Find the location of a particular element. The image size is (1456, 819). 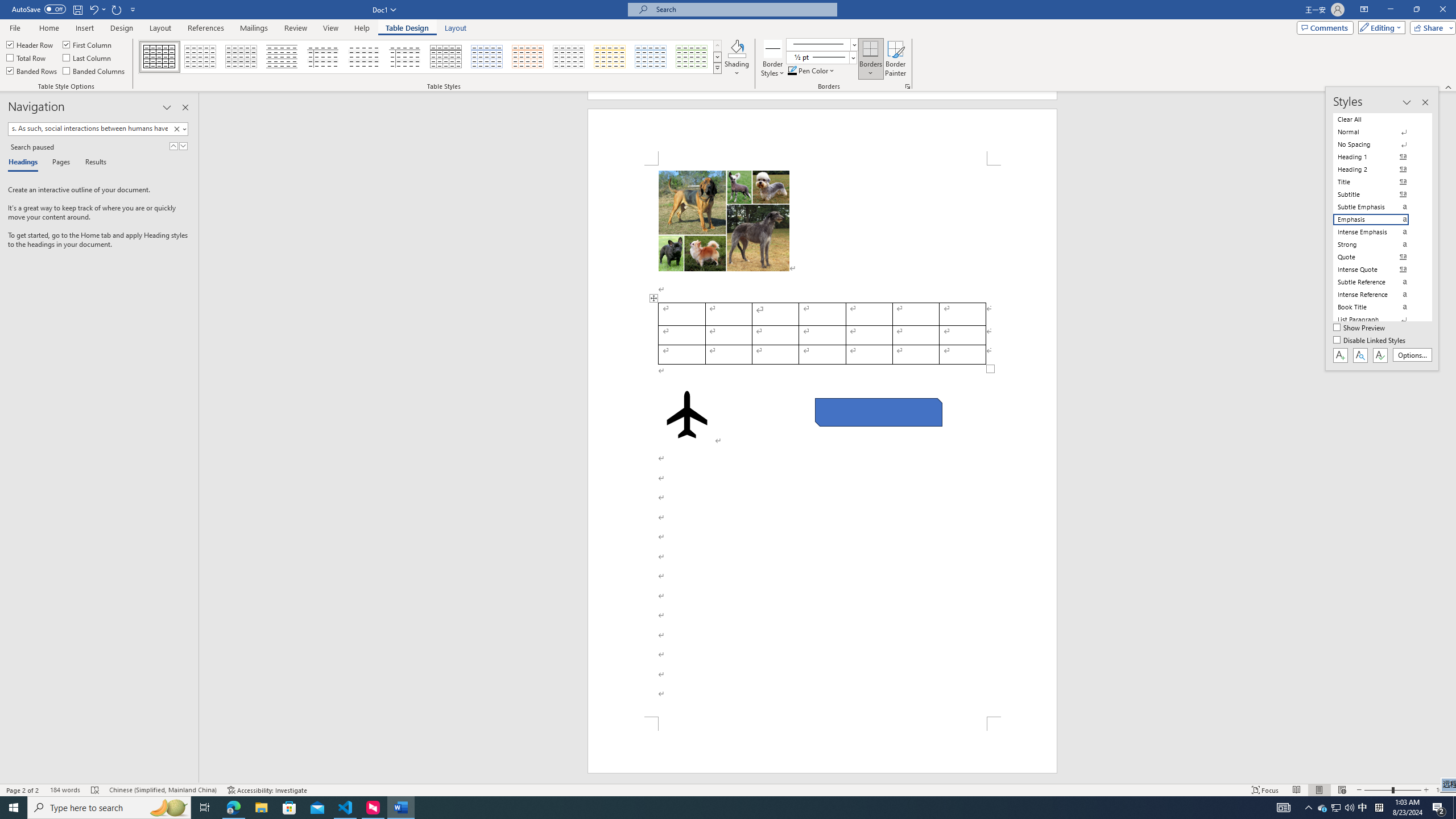

'Pen Color' is located at coordinates (811, 69).